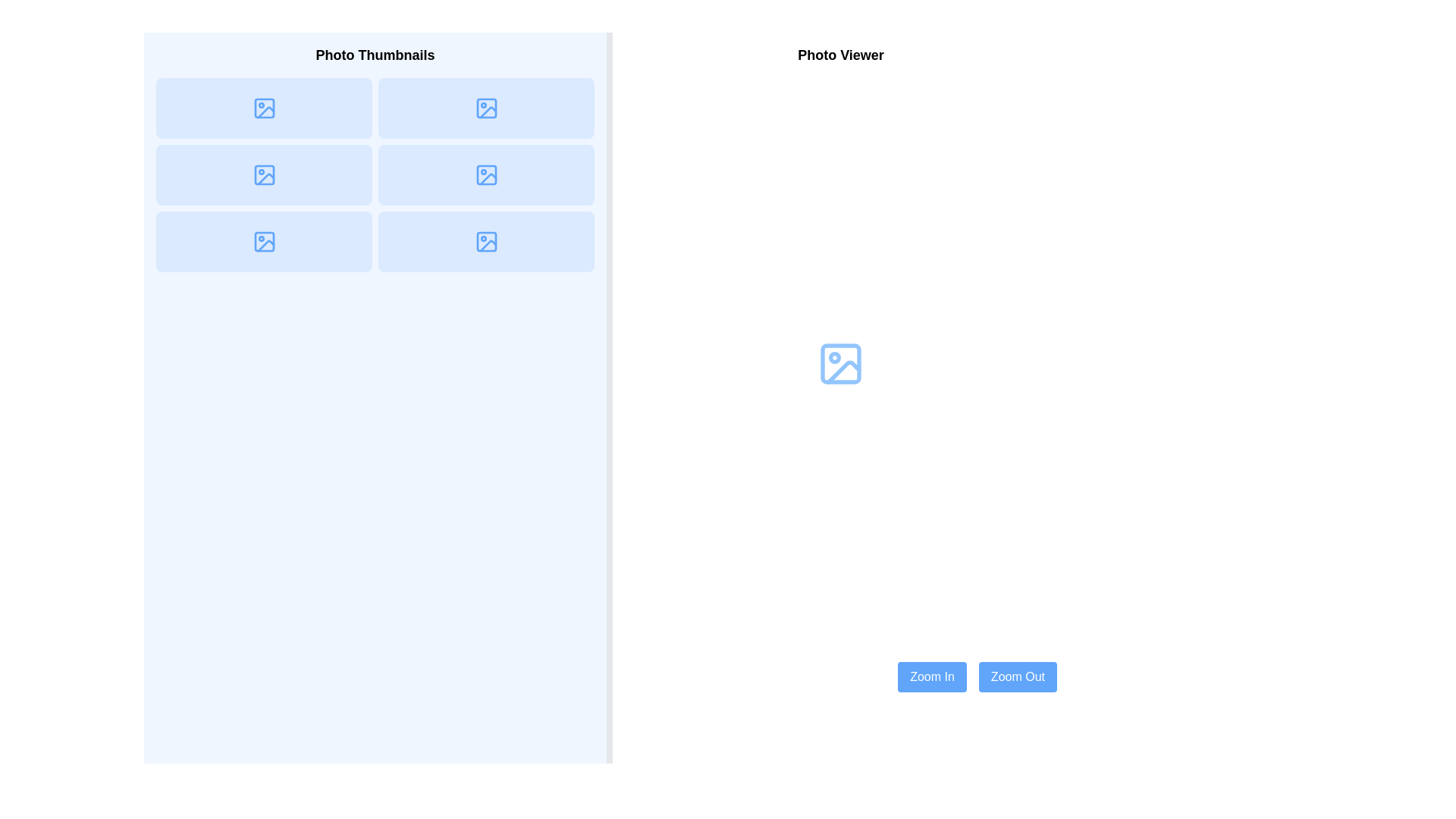  Describe the element at coordinates (833, 357) in the screenshot. I see `the small dot within the SVG icon located on the right side of the interface, closer to the bottom center` at that location.